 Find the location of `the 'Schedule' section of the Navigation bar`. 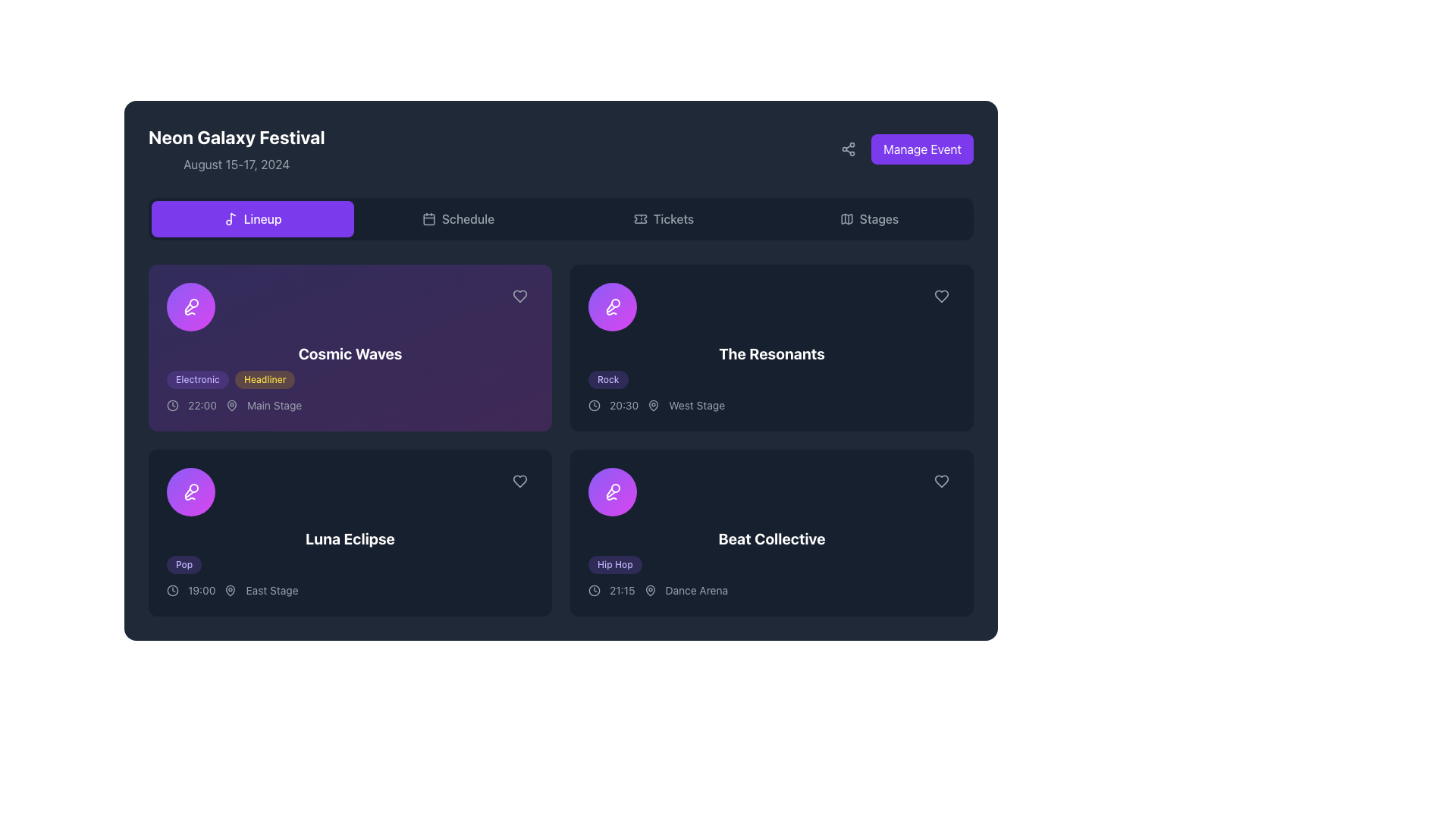

the 'Schedule' section of the Navigation bar is located at coordinates (560, 219).